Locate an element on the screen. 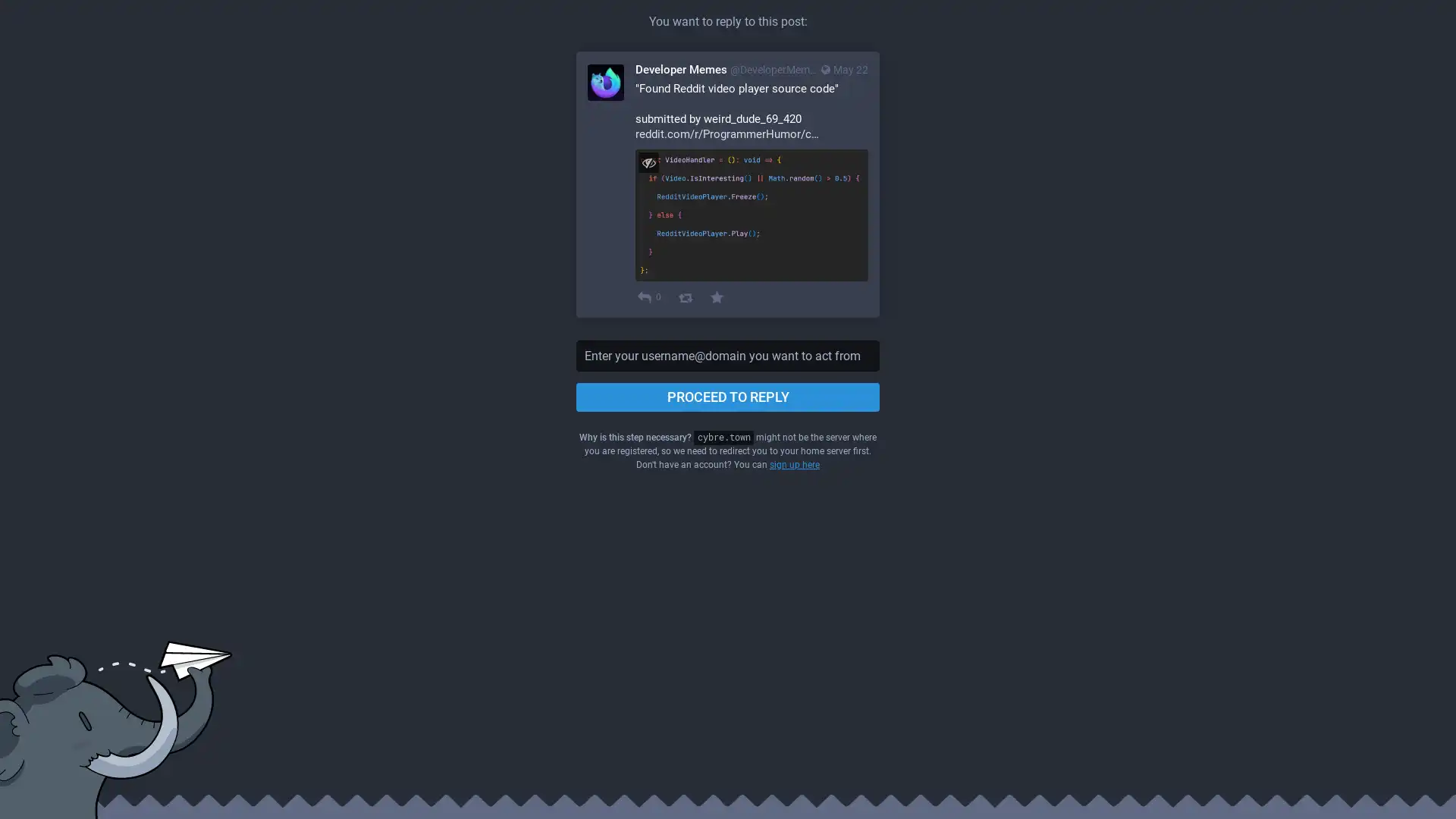 The image size is (1456, 819). PROCEED TO REPLY is located at coordinates (728, 397).